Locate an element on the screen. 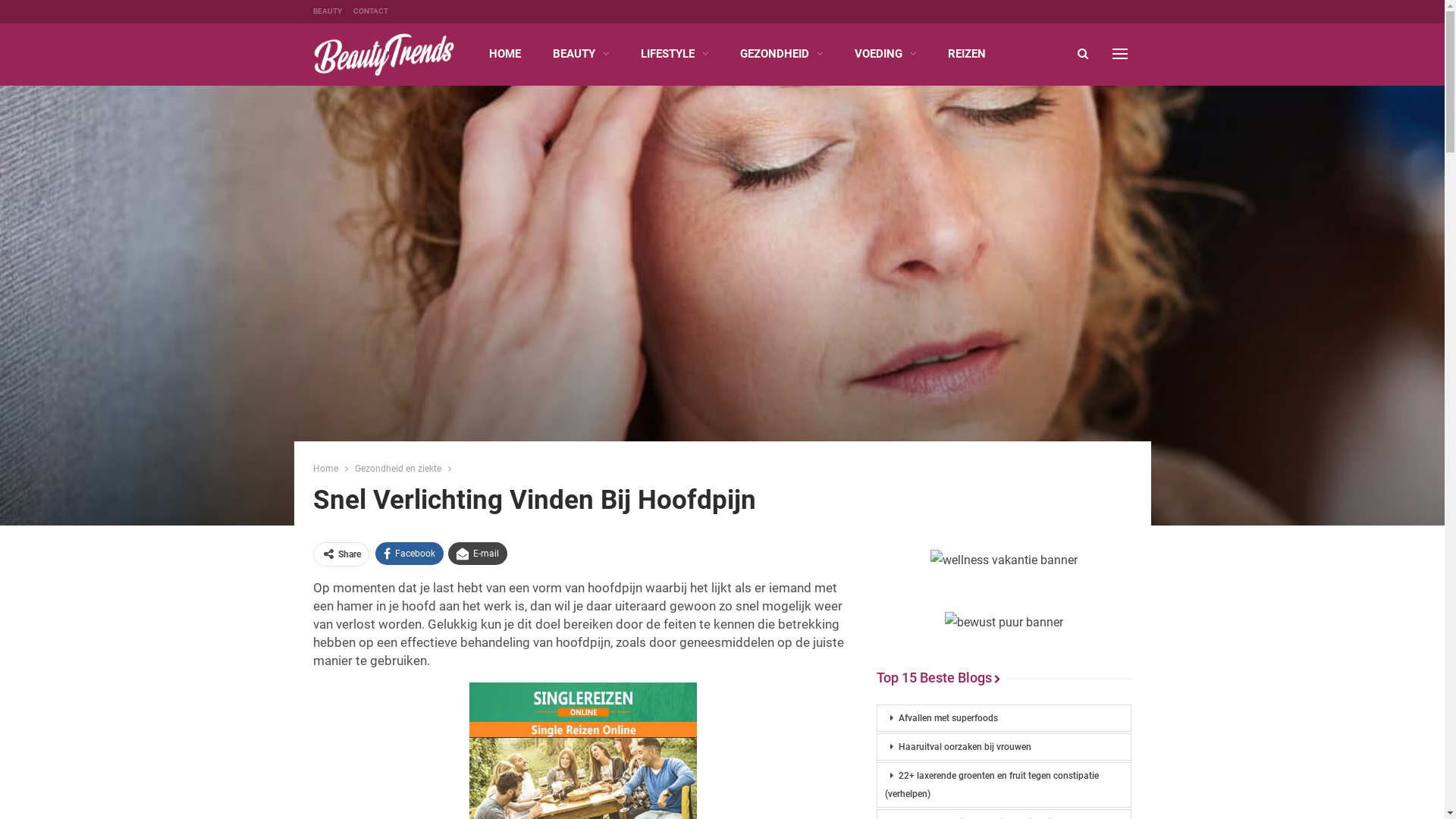 The image size is (1456, 819). 'REIZEN' is located at coordinates (966, 52).